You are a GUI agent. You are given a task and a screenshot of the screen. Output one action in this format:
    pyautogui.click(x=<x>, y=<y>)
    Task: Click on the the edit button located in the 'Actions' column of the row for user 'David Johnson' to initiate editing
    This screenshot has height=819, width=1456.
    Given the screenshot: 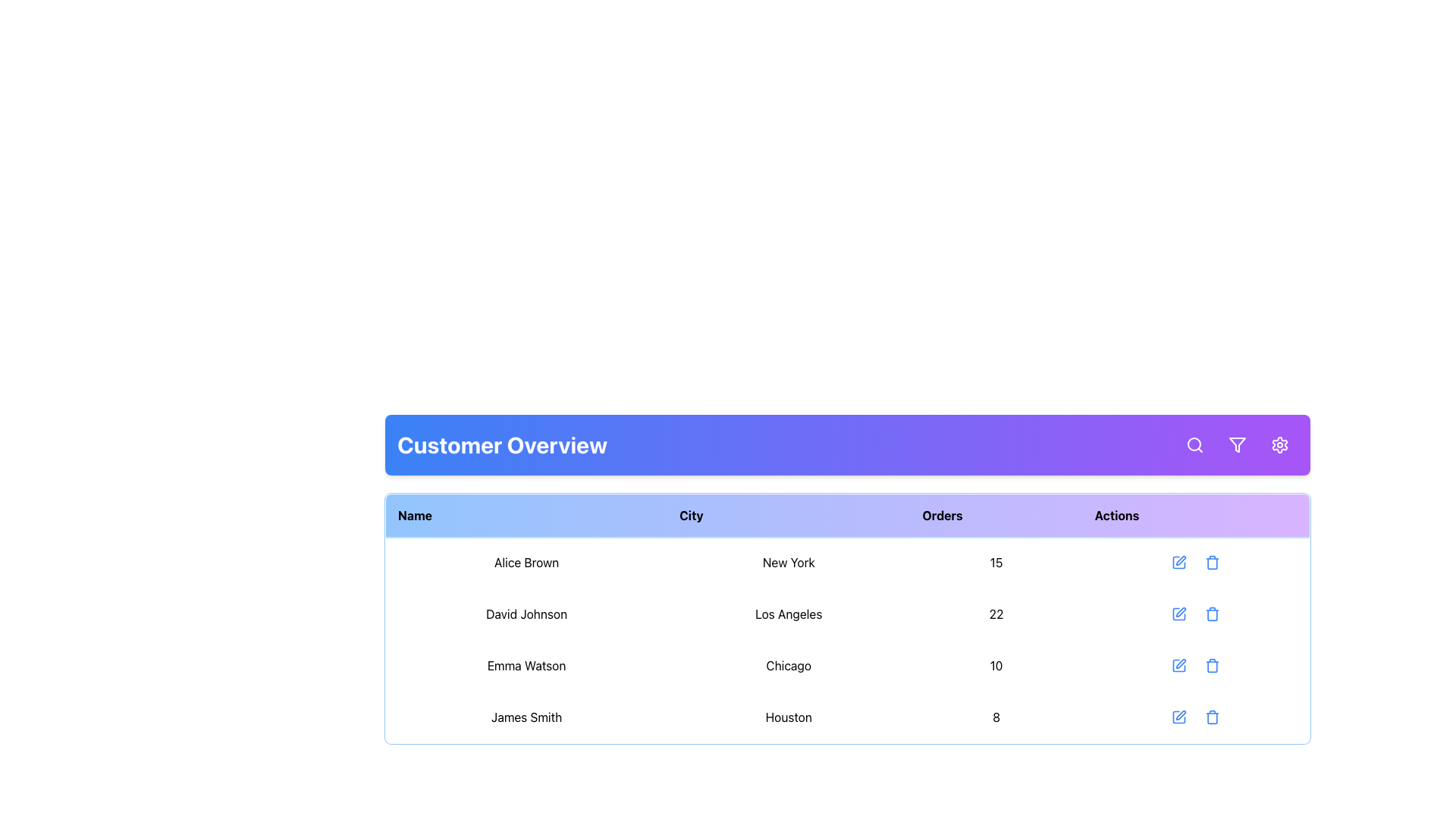 What is the action you would take?
    pyautogui.click(x=1178, y=614)
    